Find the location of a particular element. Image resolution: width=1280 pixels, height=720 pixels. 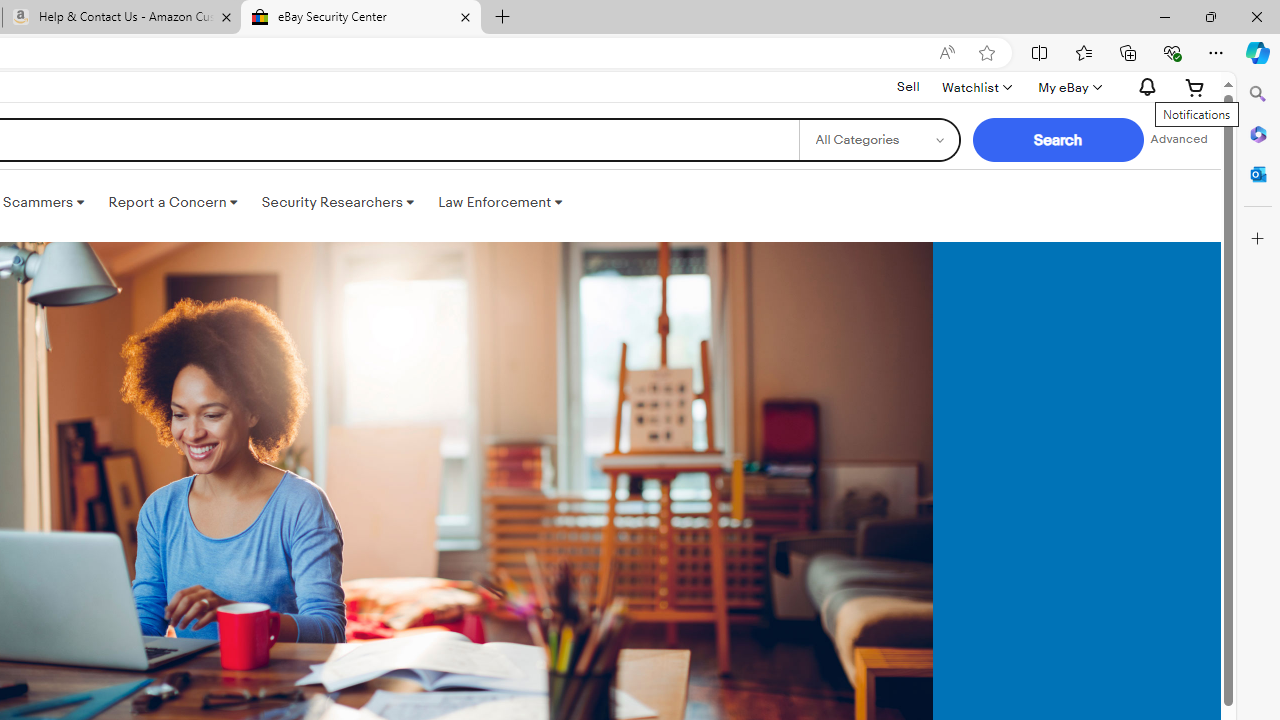

'Sell' is located at coordinates (907, 86).